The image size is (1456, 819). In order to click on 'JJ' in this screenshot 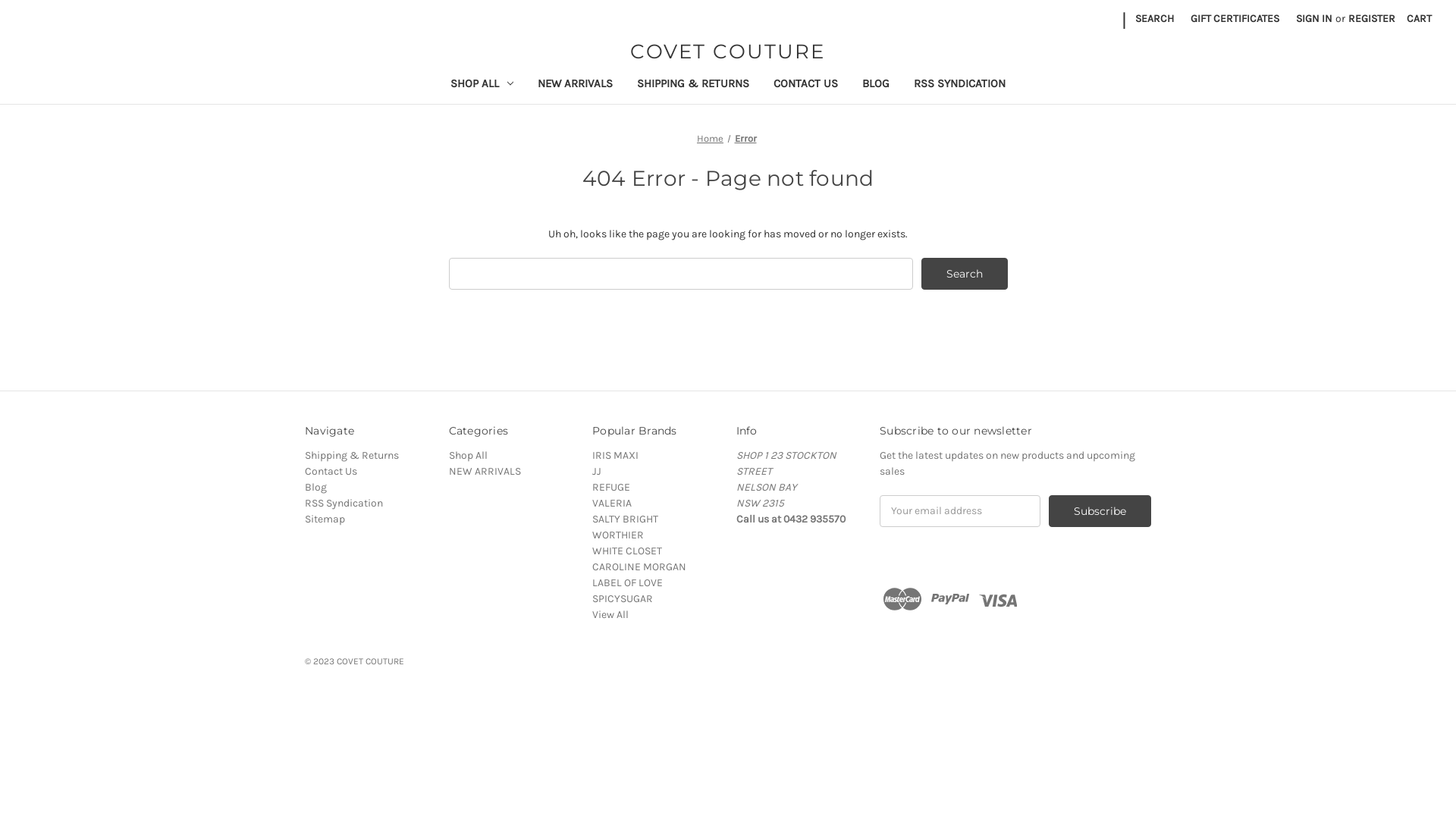, I will do `click(596, 470)`.